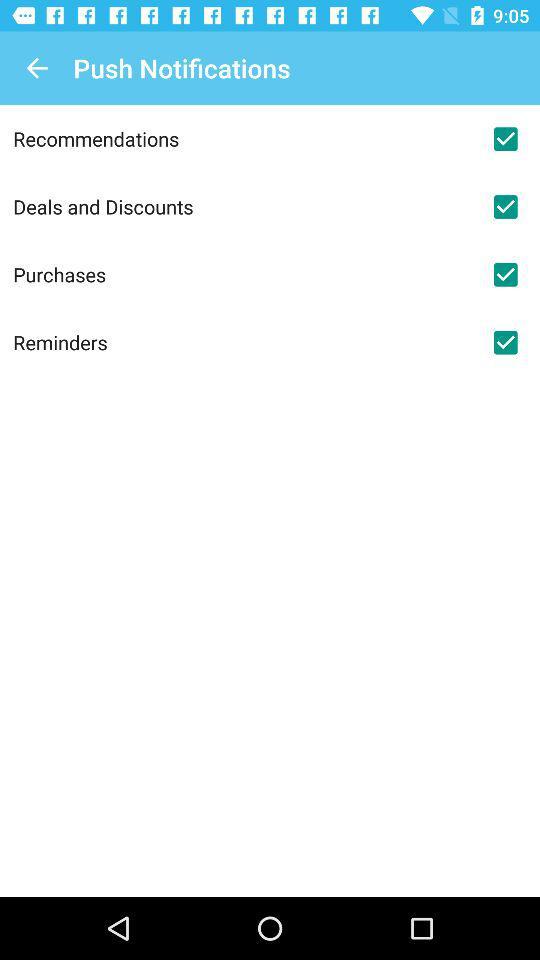  Describe the element at coordinates (242, 137) in the screenshot. I see `the item above the deals and discounts` at that location.